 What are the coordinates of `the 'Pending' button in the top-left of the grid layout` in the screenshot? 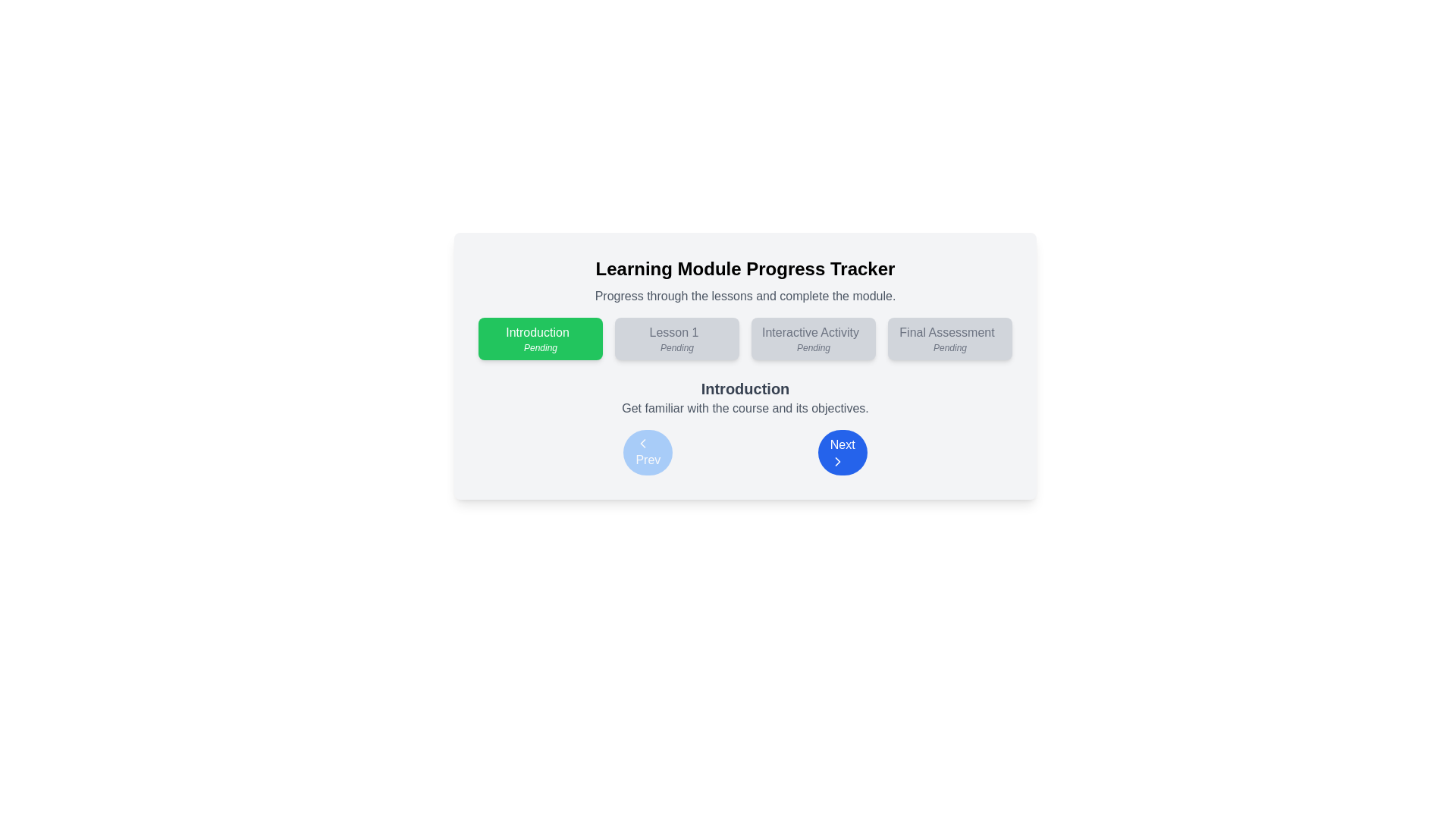 It's located at (541, 338).